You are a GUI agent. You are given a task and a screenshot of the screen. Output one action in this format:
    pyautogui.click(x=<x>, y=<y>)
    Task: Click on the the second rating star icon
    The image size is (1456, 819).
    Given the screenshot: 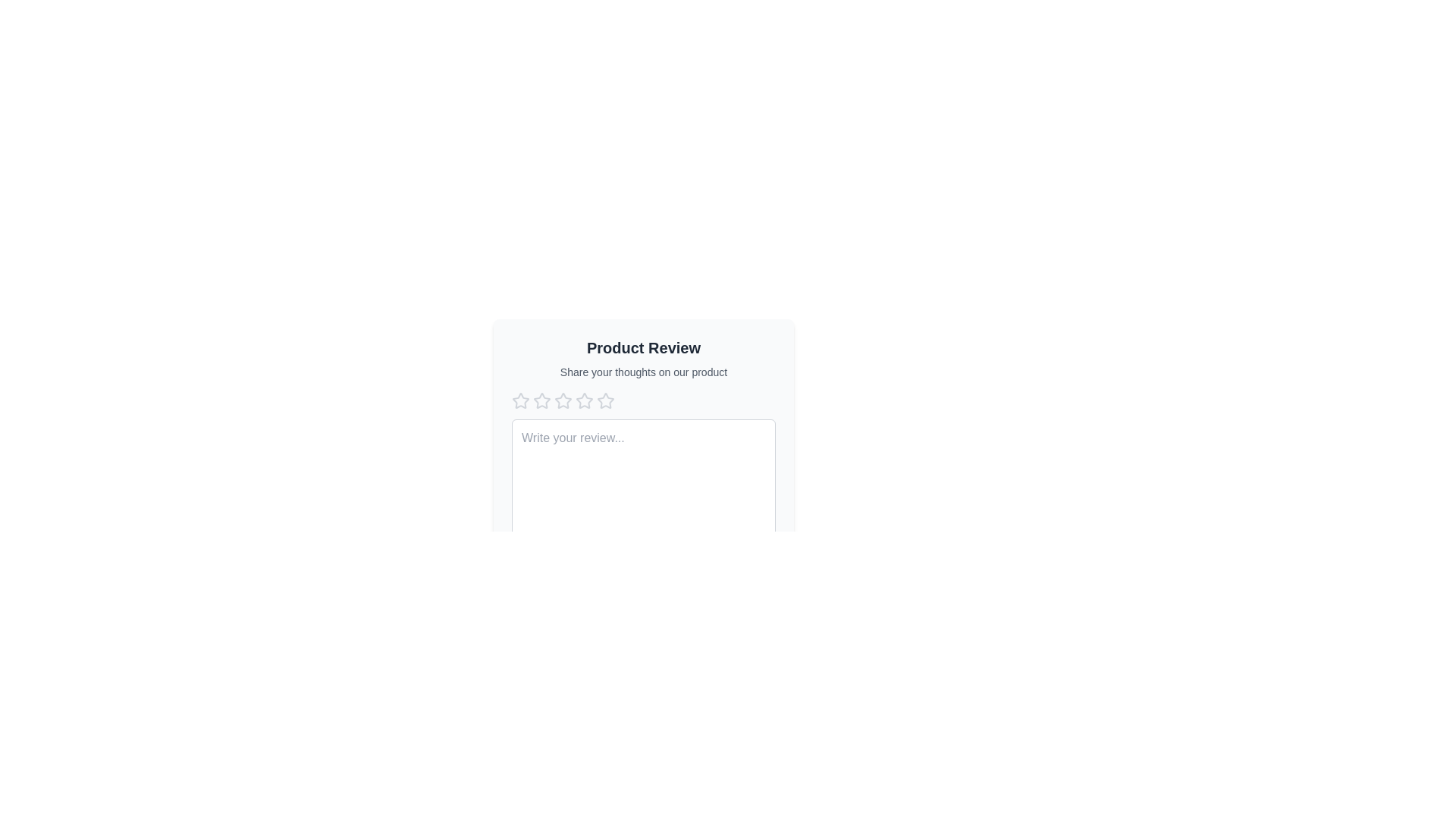 What is the action you would take?
    pyautogui.click(x=584, y=400)
    